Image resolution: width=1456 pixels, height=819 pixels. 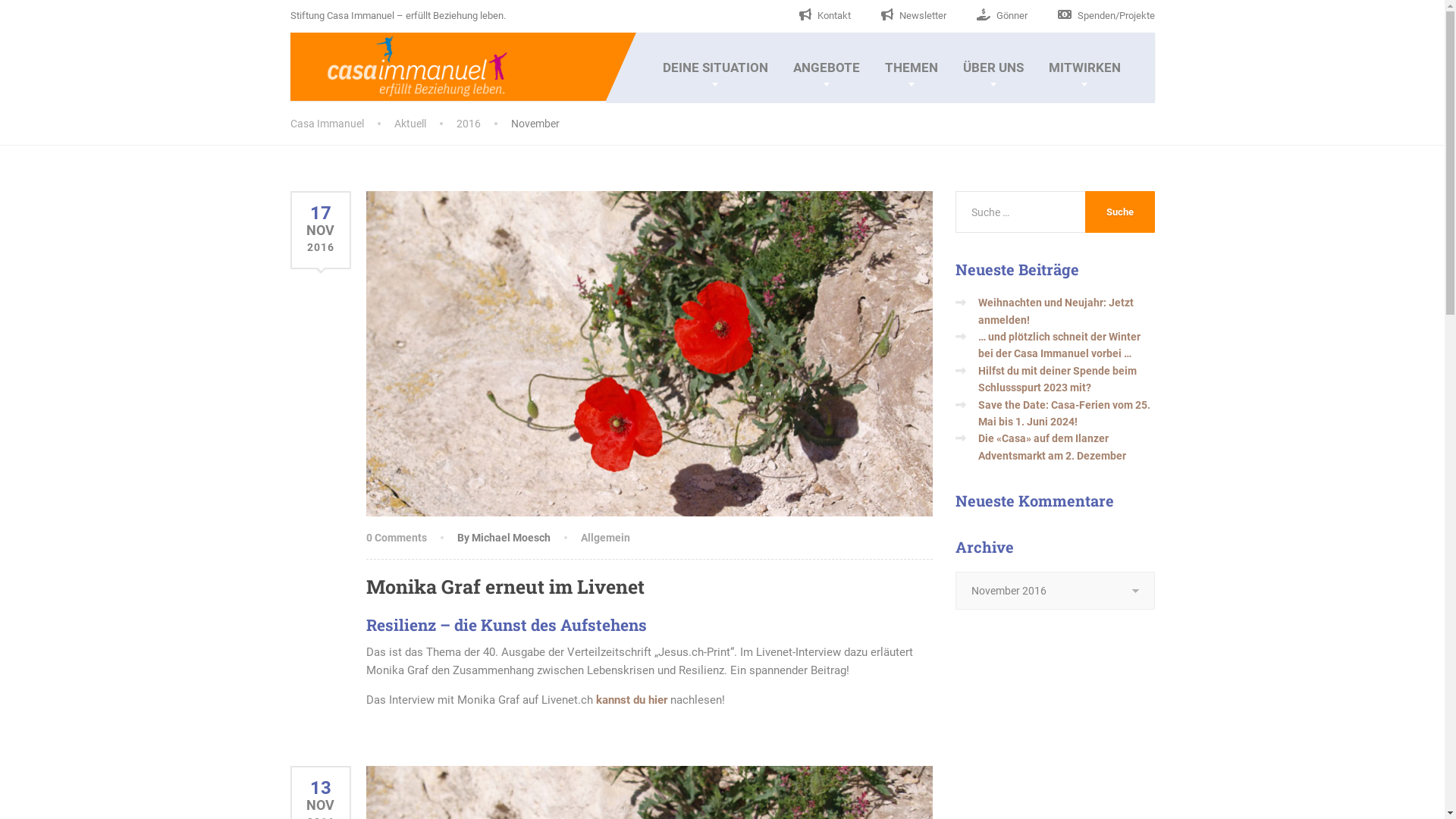 What do you see at coordinates (399, 64) in the screenshot?
I see `'Casa Immanuel'` at bounding box center [399, 64].